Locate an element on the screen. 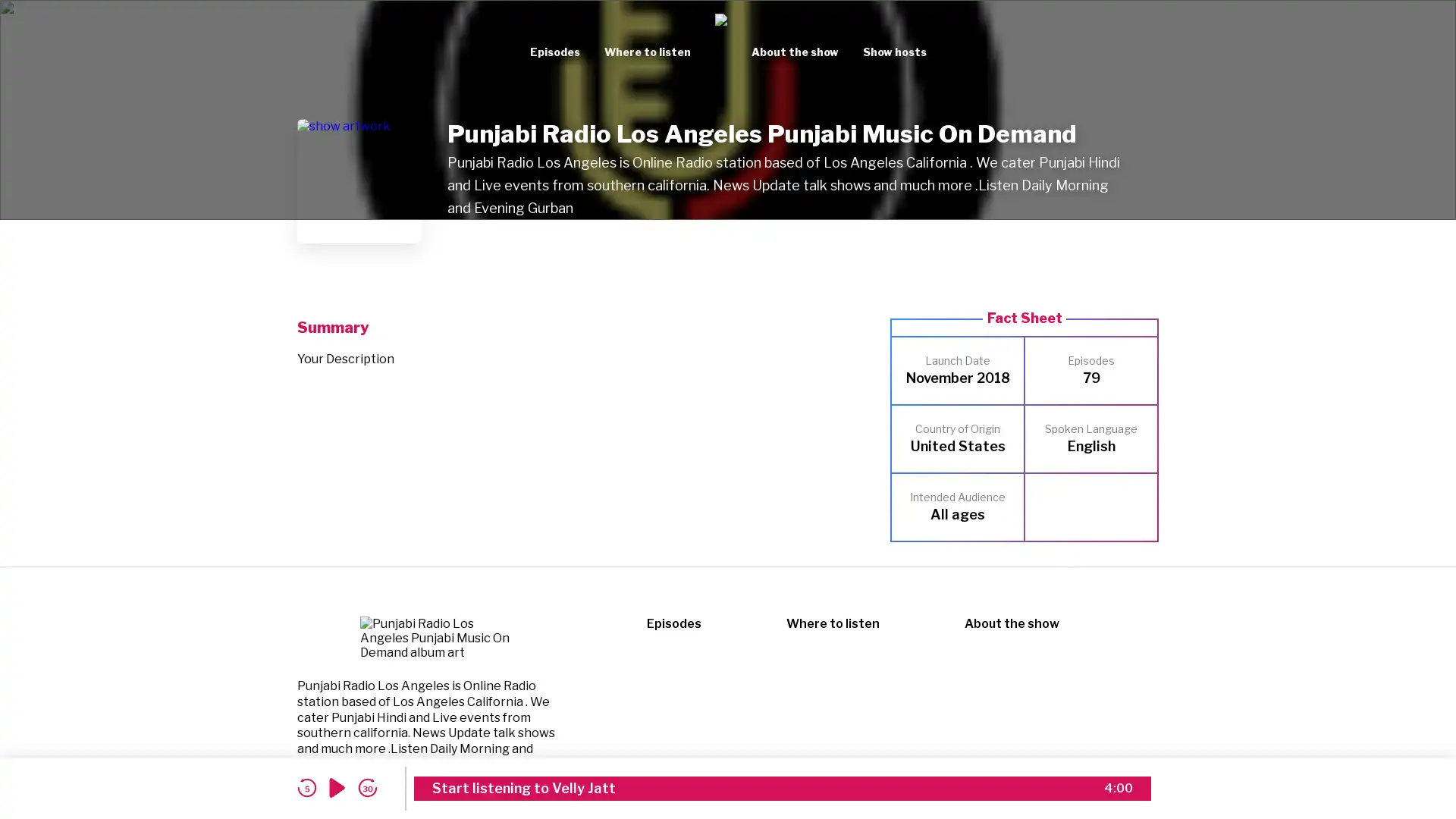 The width and height of the screenshot is (1456, 819). play audio is located at coordinates (337, 787).